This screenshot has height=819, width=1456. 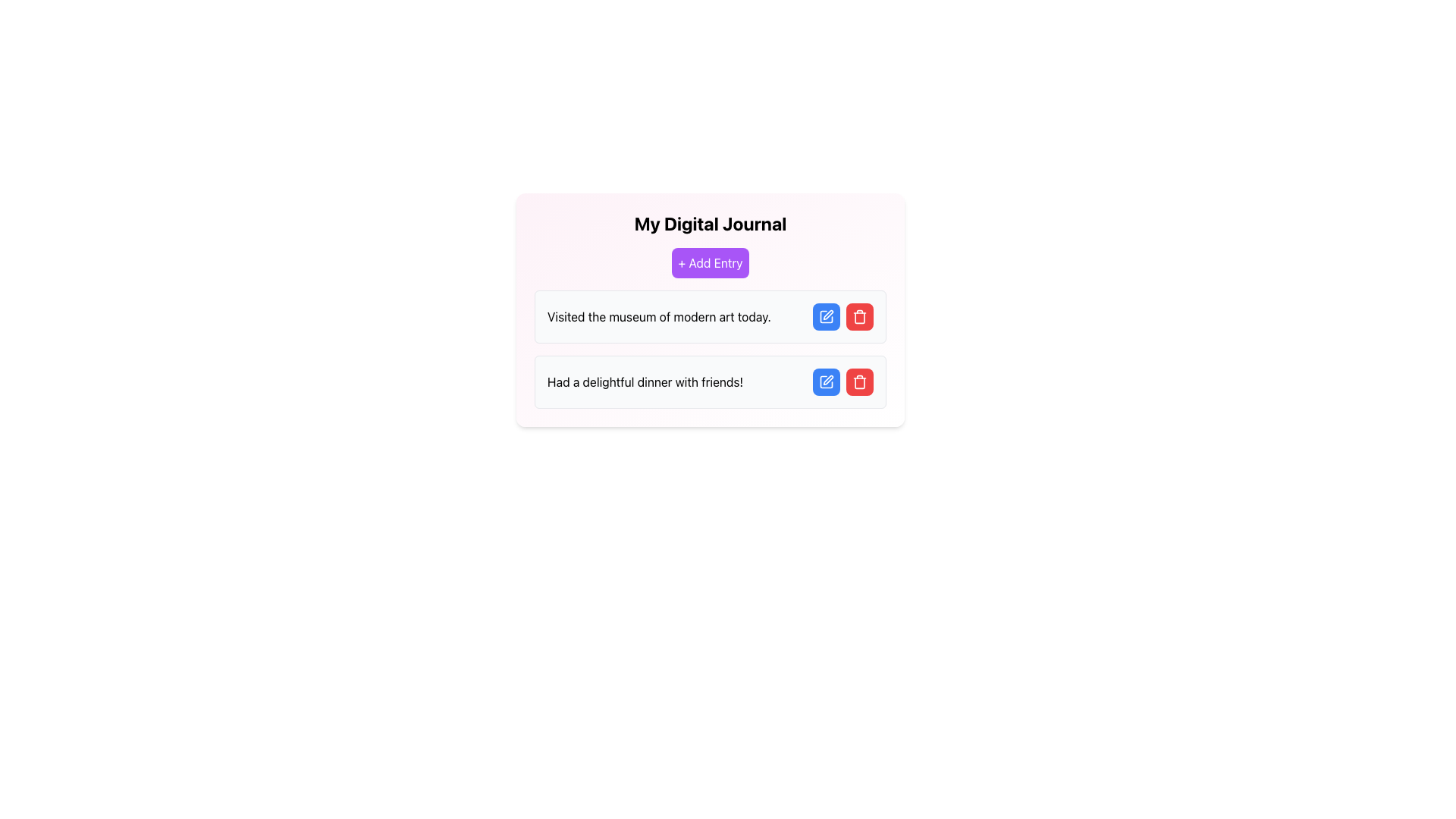 What do you see at coordinates (825, 381) in the screenshot?
I see `the small blue square button with a white pen icon located to the left of the red delete button in the second entry row of the journal, which is titled 'Had a delightful dinner with friends!'` at bounding box center [825, 381].